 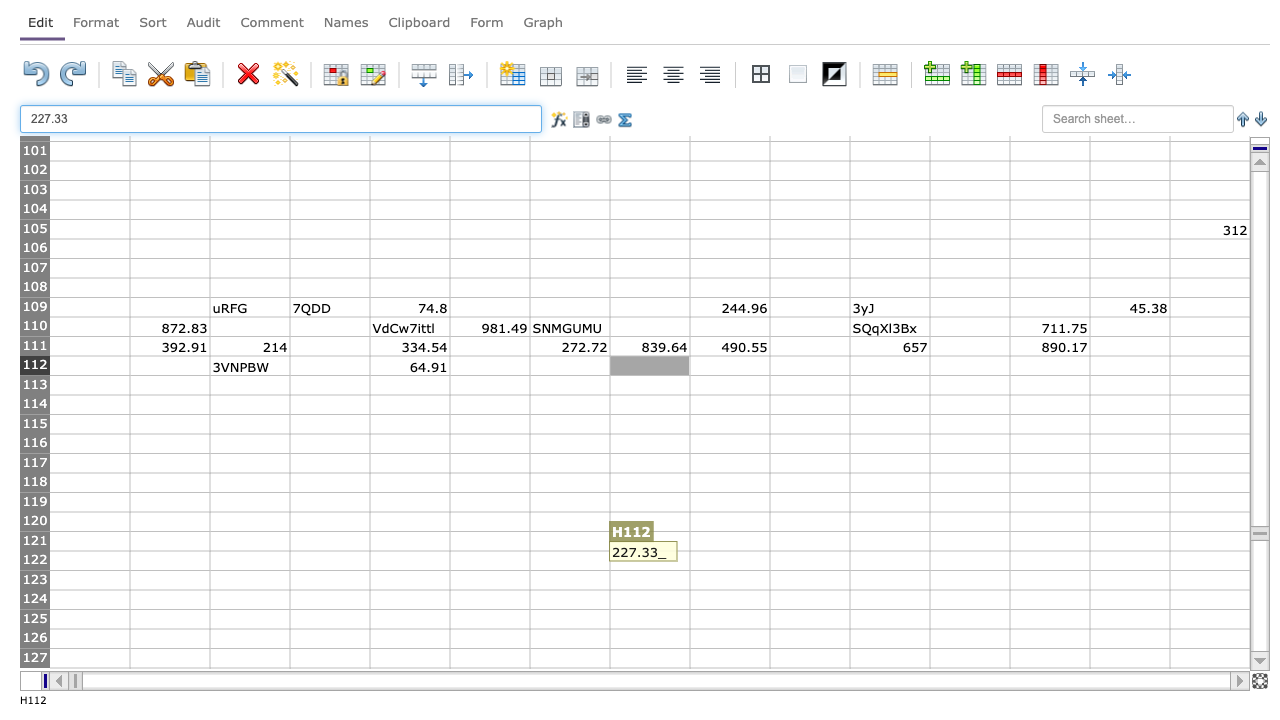 I want to click on cell at column B row 123, so click(x=169, y=580).